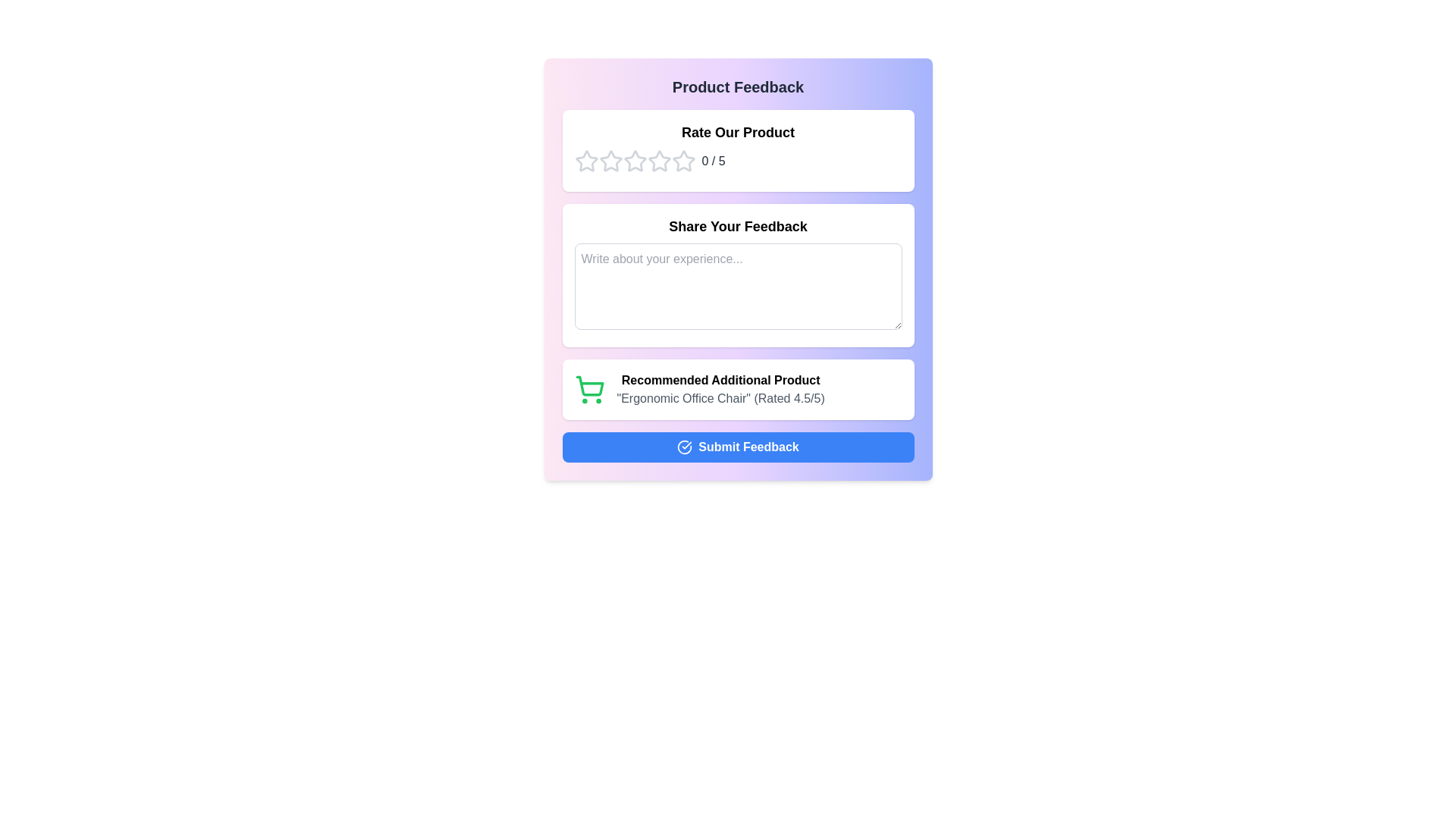 The height and width of the screenshot is (819, 1456). What do you see at coordinates (720, 379) in the screenshot?
I see `the static text label that reads 'Recommended Additional Product', which is bold and positioned above product details in the recommendations section of the user interface` at bounding box center [720, 379].